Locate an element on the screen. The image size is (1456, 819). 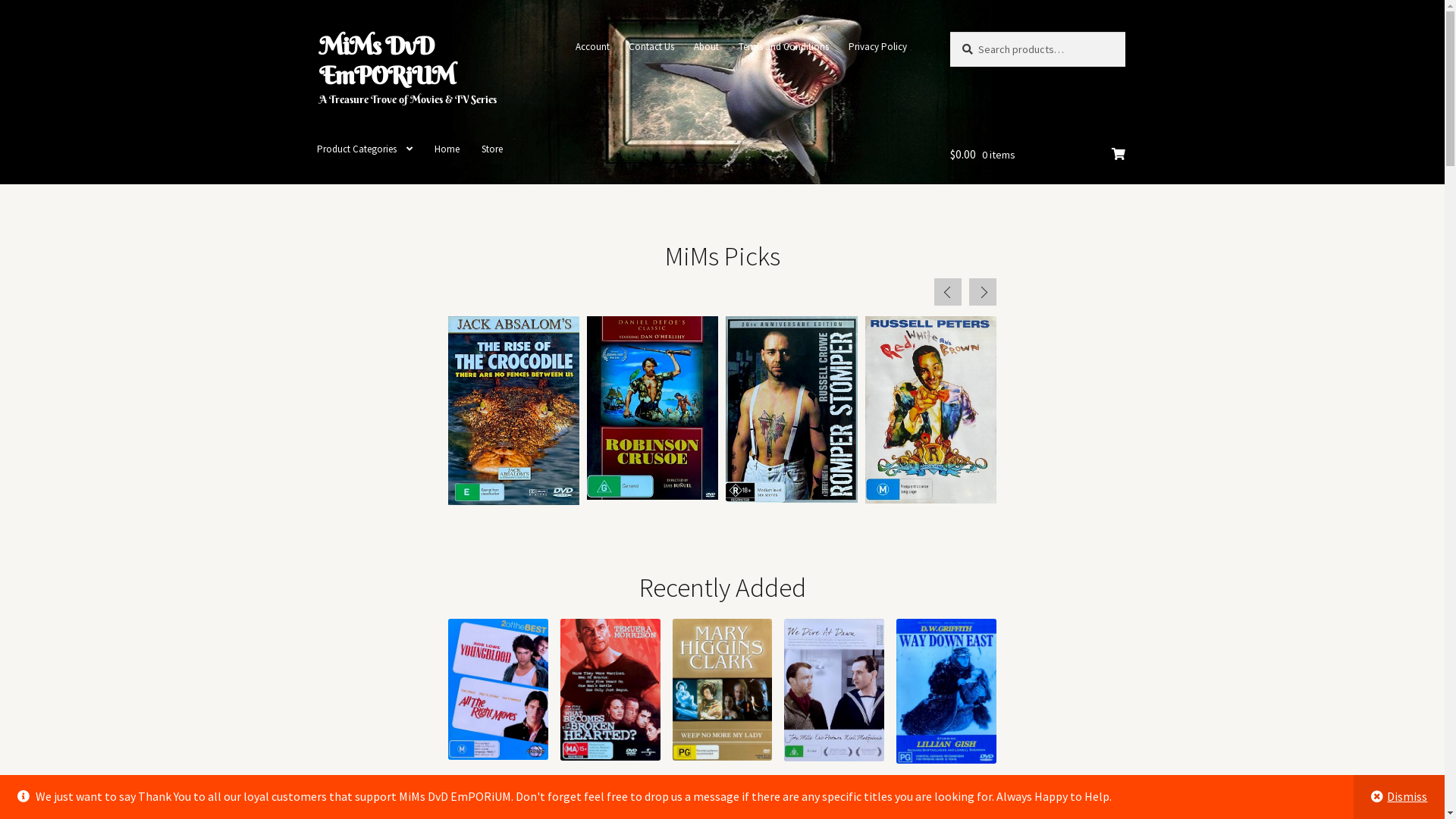
'Store' is located at coordinates (491, 149).